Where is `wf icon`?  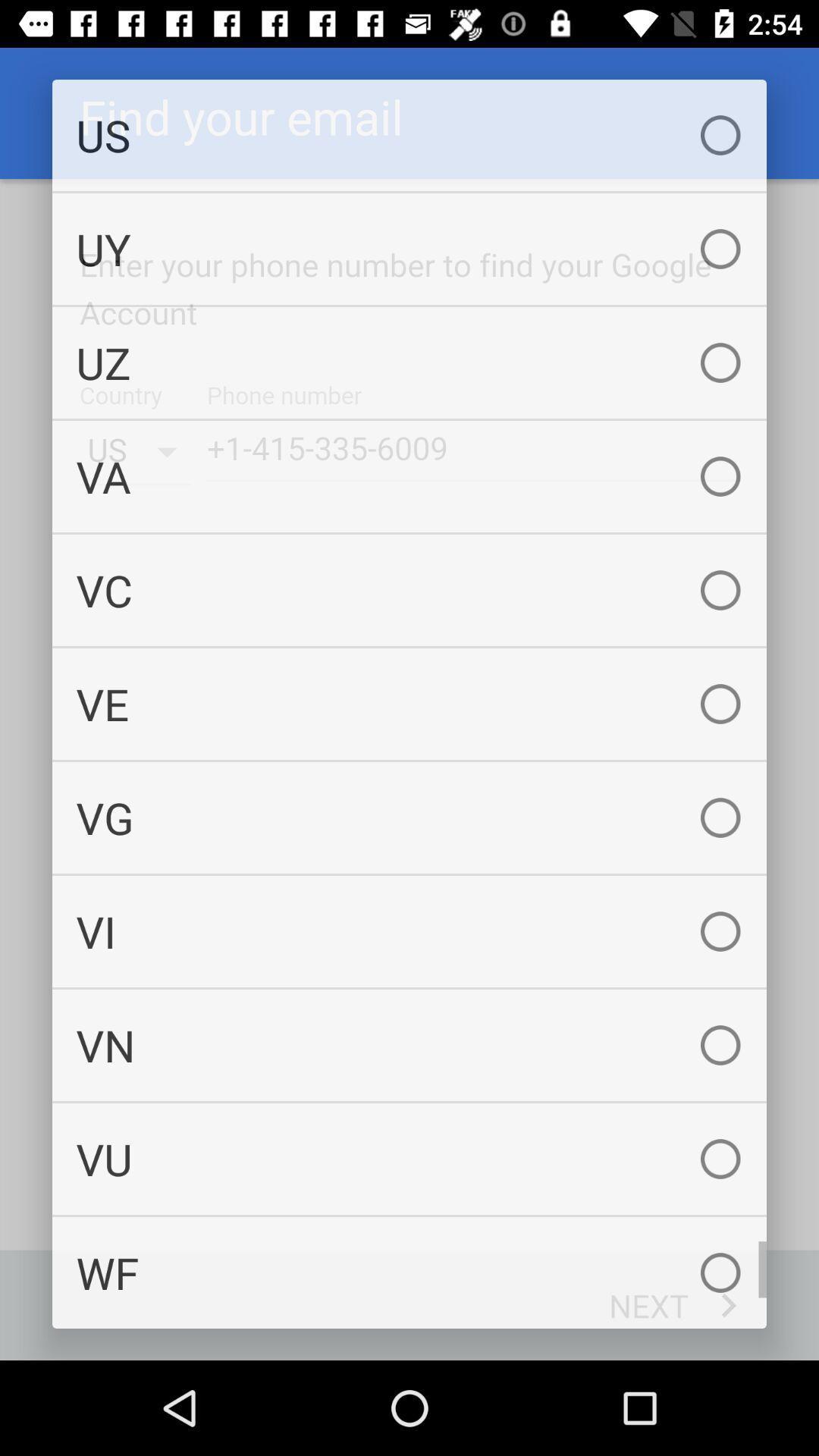
wf icon is located at coordinates (409, 1272).